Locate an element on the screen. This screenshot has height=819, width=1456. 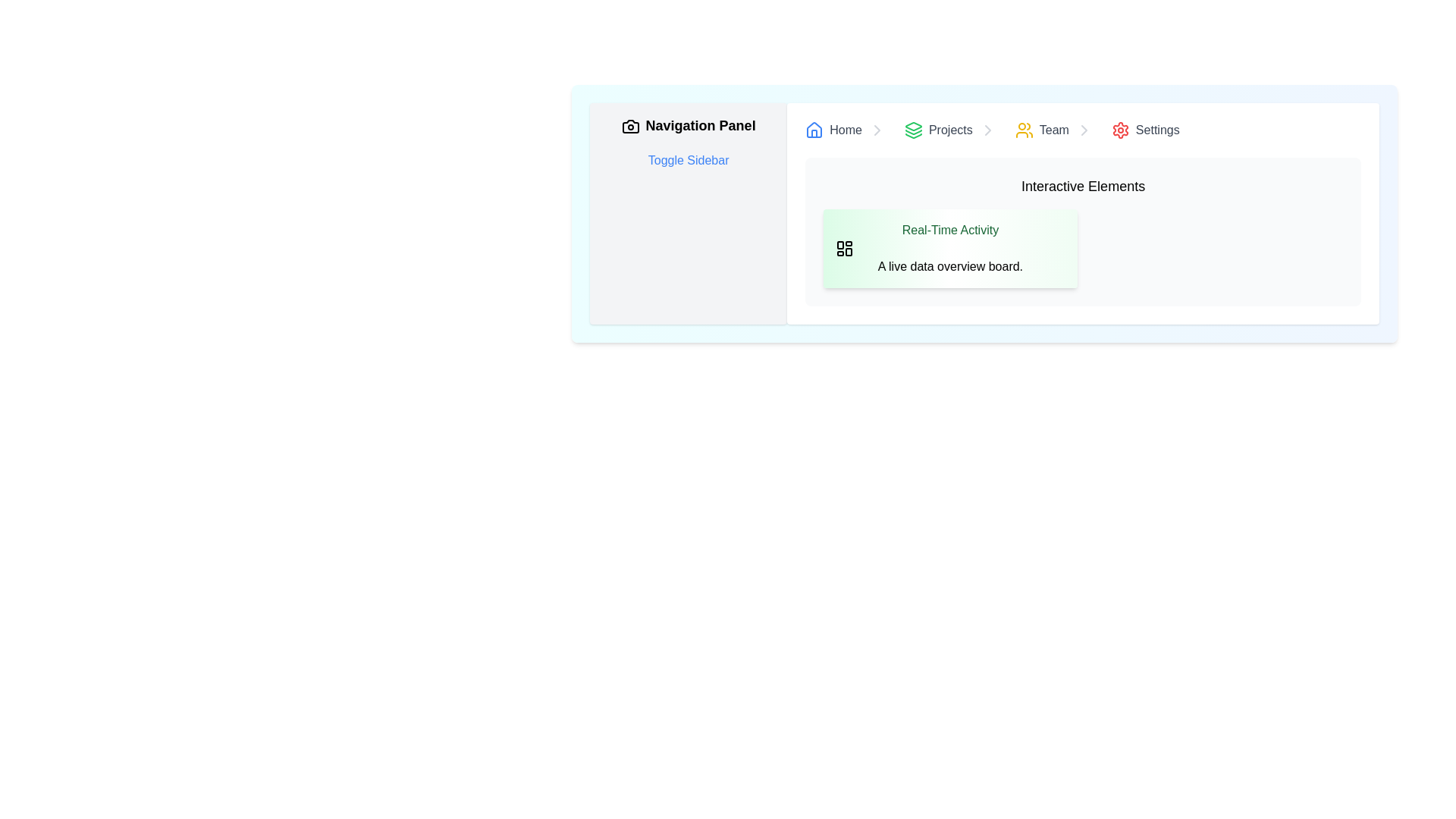
the 'Projects' icon in the navigation bar, which is the second item from the left, following the 'Home' icon/link is located at coordinates (912, 130).